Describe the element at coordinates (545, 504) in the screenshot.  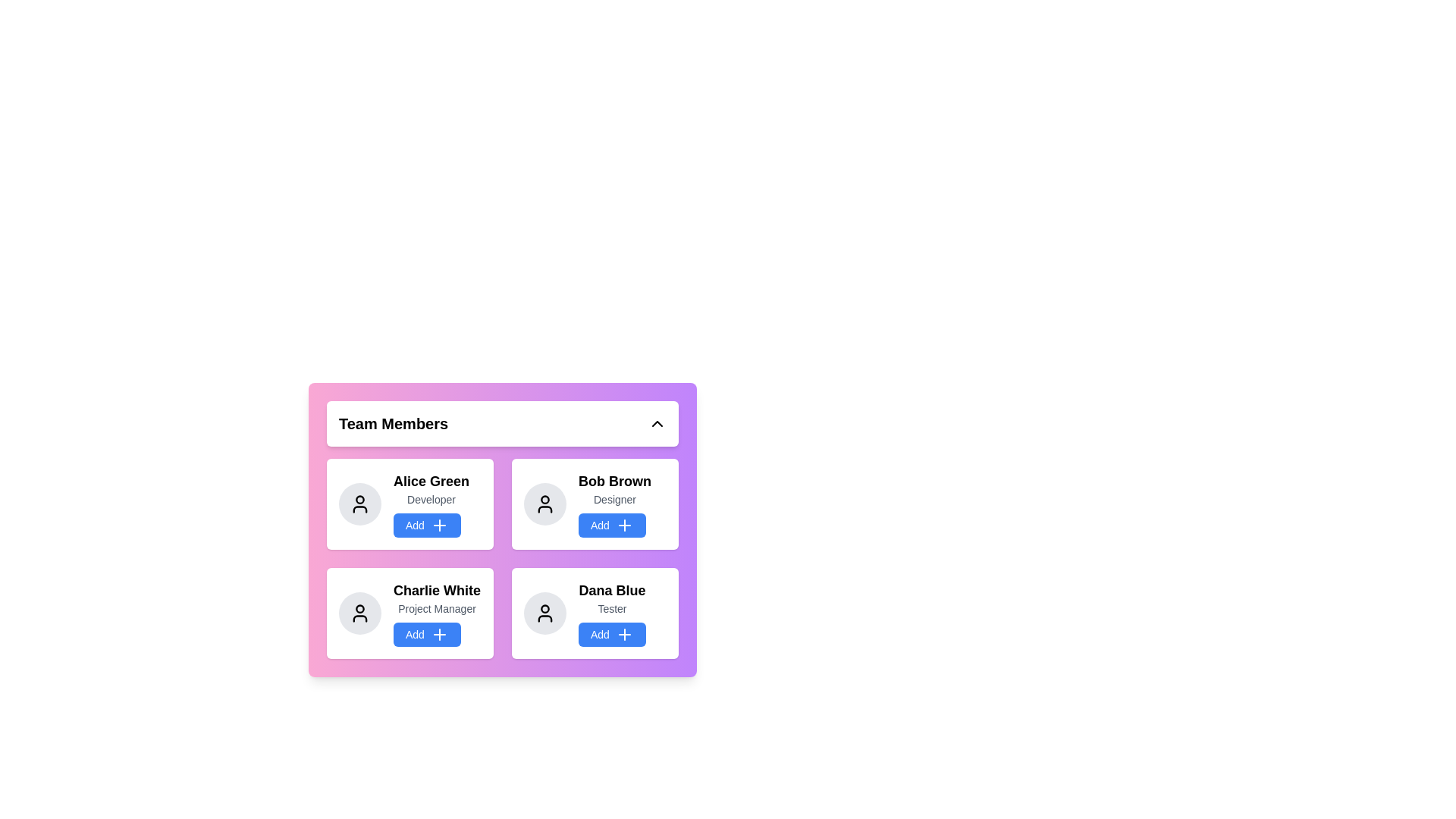
I see `the user avatar display, which is a circular icon with a light gray background and a black user silhouette, located in the top-left corner of Bob Brown's card` at that location.